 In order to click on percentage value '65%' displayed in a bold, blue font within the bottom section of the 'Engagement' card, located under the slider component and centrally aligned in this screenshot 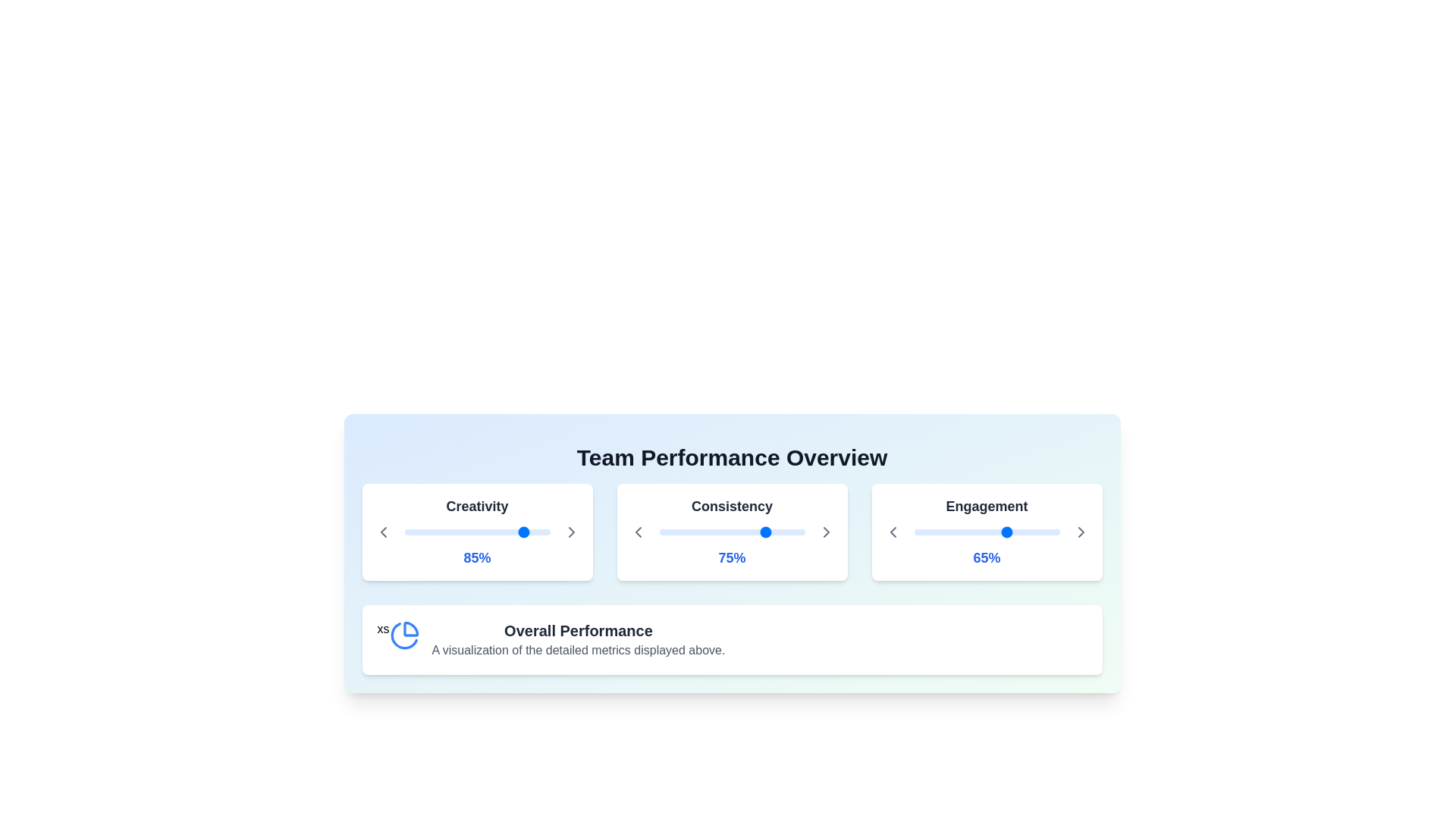, I will do `click(987, 558)`.